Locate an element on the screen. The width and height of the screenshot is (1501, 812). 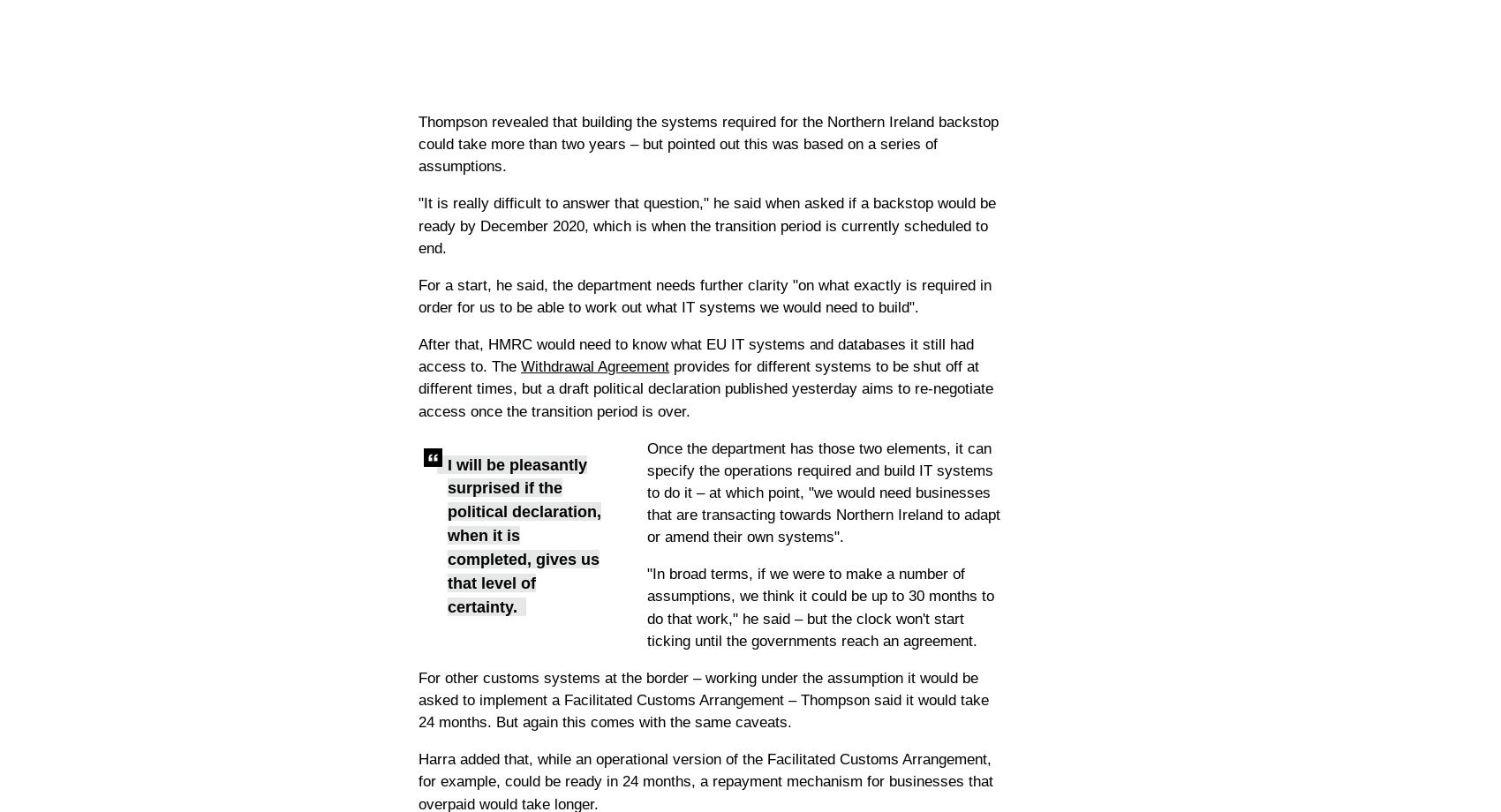
'Thompson revealed that building the systems required for the Northern Ireland backstop could take more than two years – but pointed out this was based on a series of assumptions.' is located at coordinates (707, 143).